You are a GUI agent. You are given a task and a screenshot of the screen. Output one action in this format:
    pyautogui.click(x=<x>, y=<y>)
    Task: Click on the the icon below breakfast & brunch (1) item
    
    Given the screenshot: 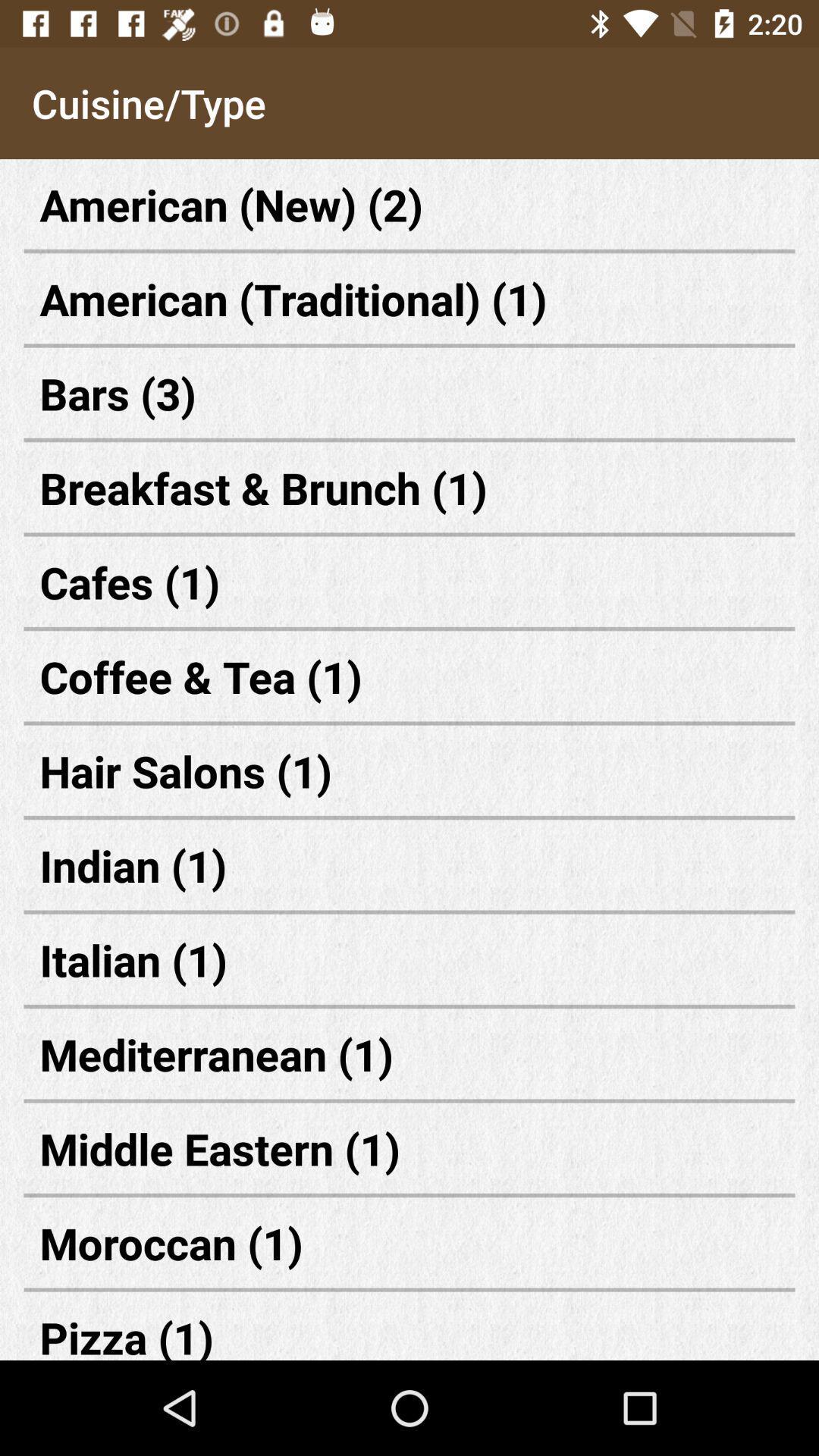 What is the action you would take?
    pyautogui.click(x=409, y=581)
    